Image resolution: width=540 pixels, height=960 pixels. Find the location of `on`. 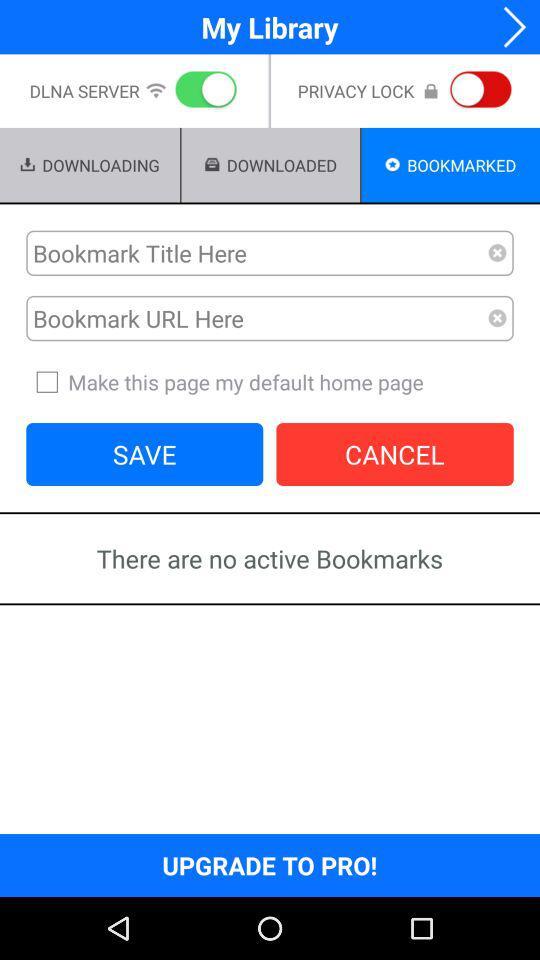

on is located at coordinates (202, 91).